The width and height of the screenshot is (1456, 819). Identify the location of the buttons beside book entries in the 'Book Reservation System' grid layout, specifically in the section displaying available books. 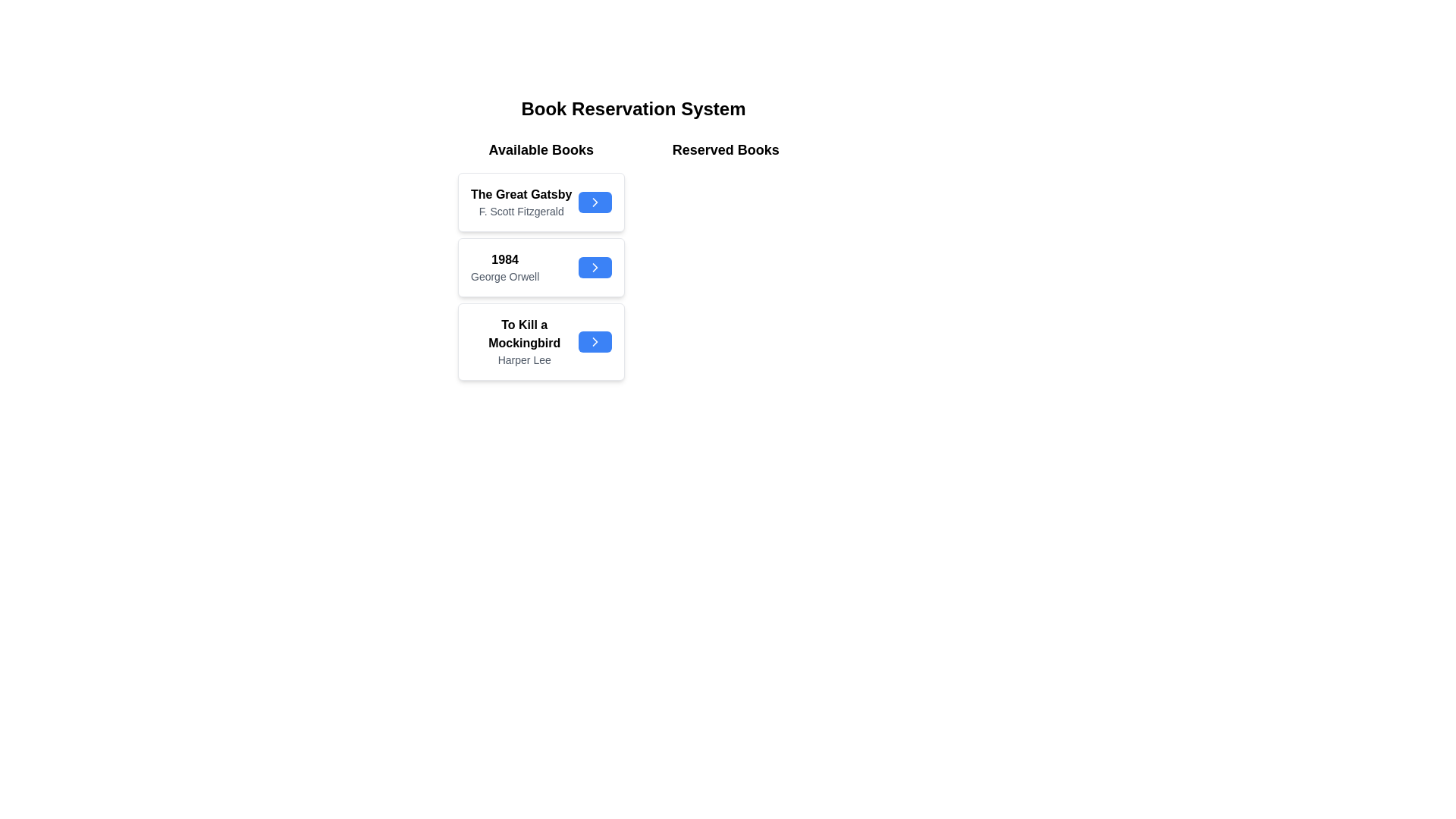
(633, 262).